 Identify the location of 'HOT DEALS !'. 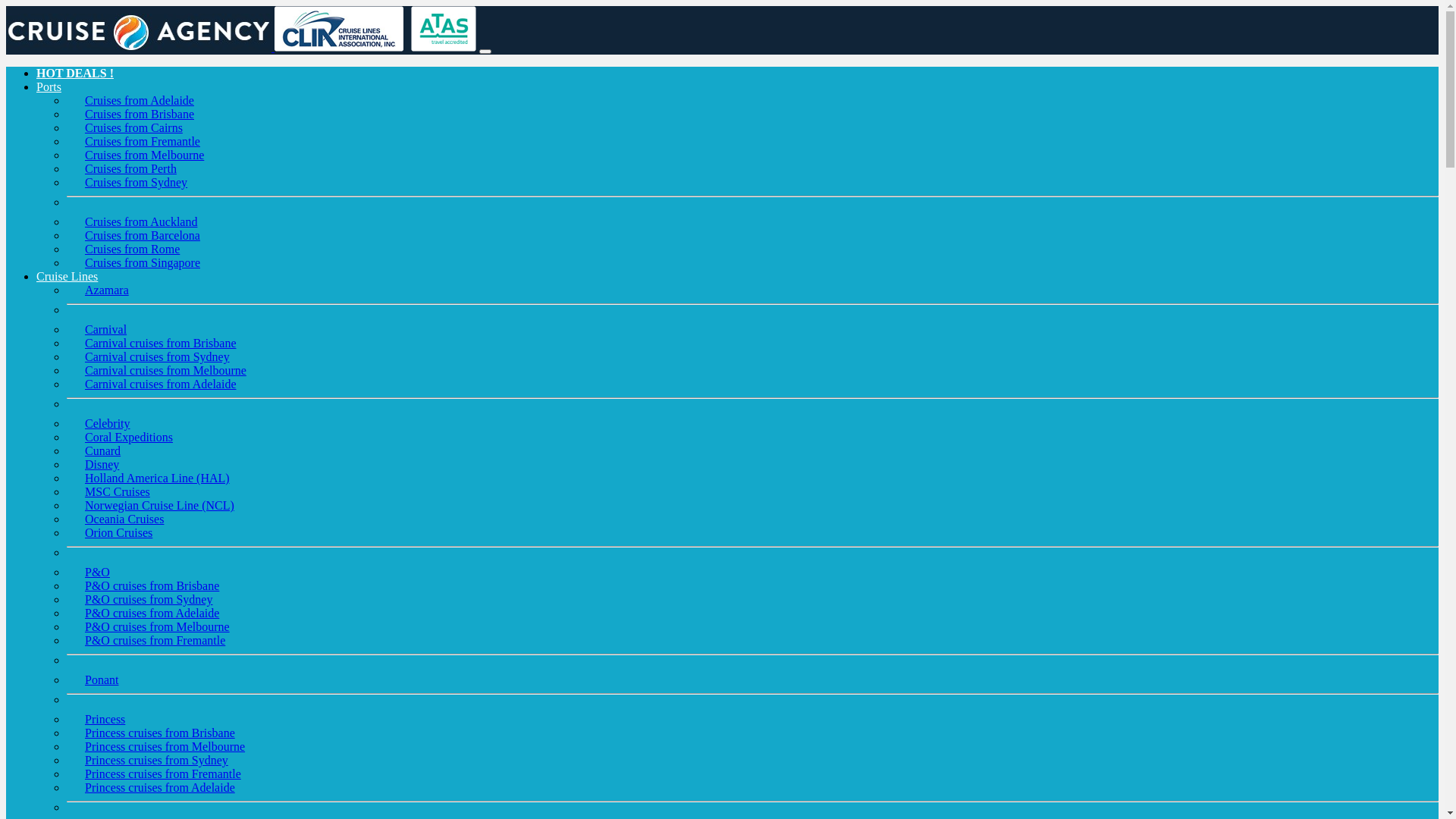
(74, 73).